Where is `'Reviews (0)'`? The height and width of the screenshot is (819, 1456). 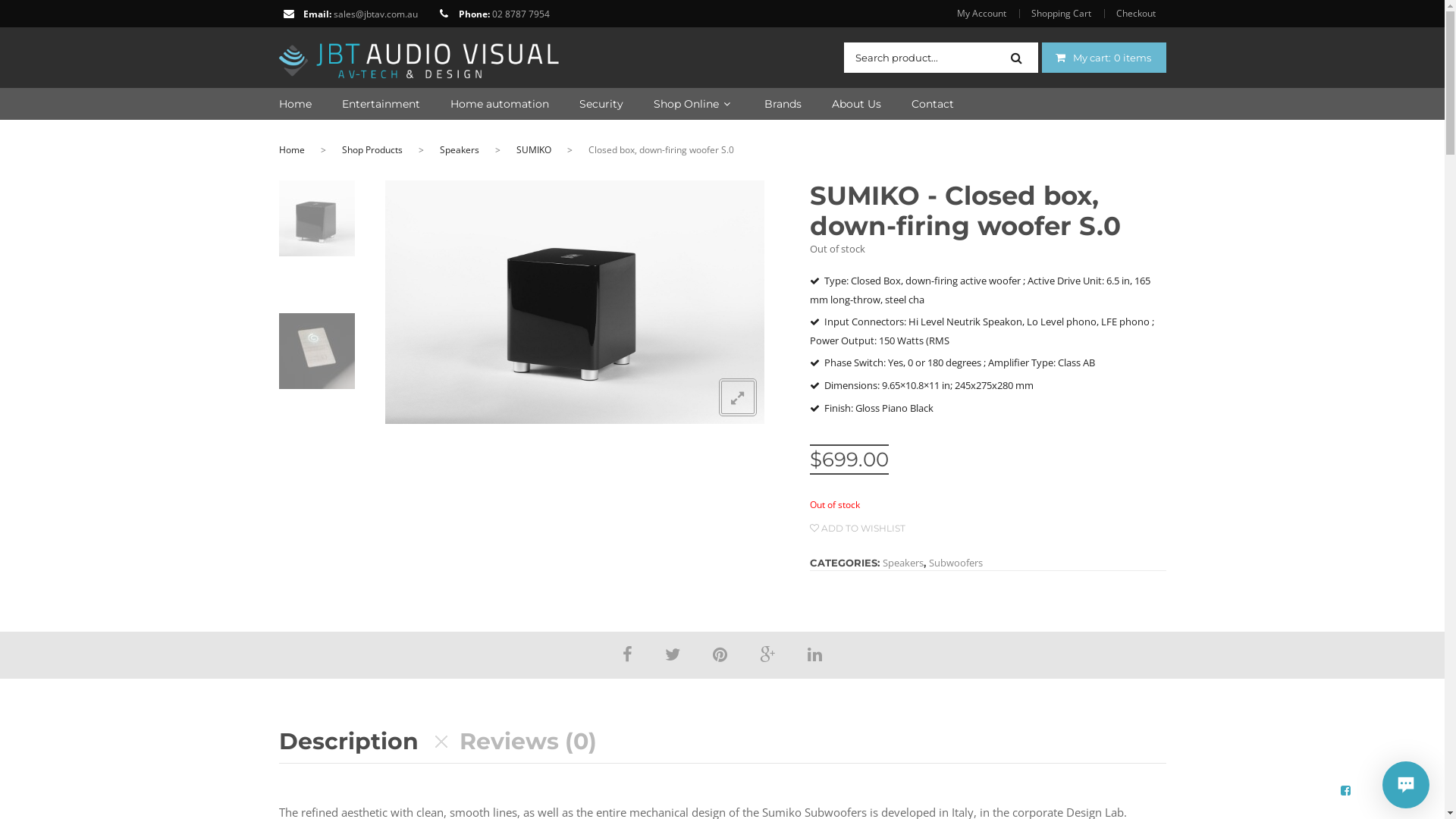
'Reviews (0)' is located at coordinates (528, 741).